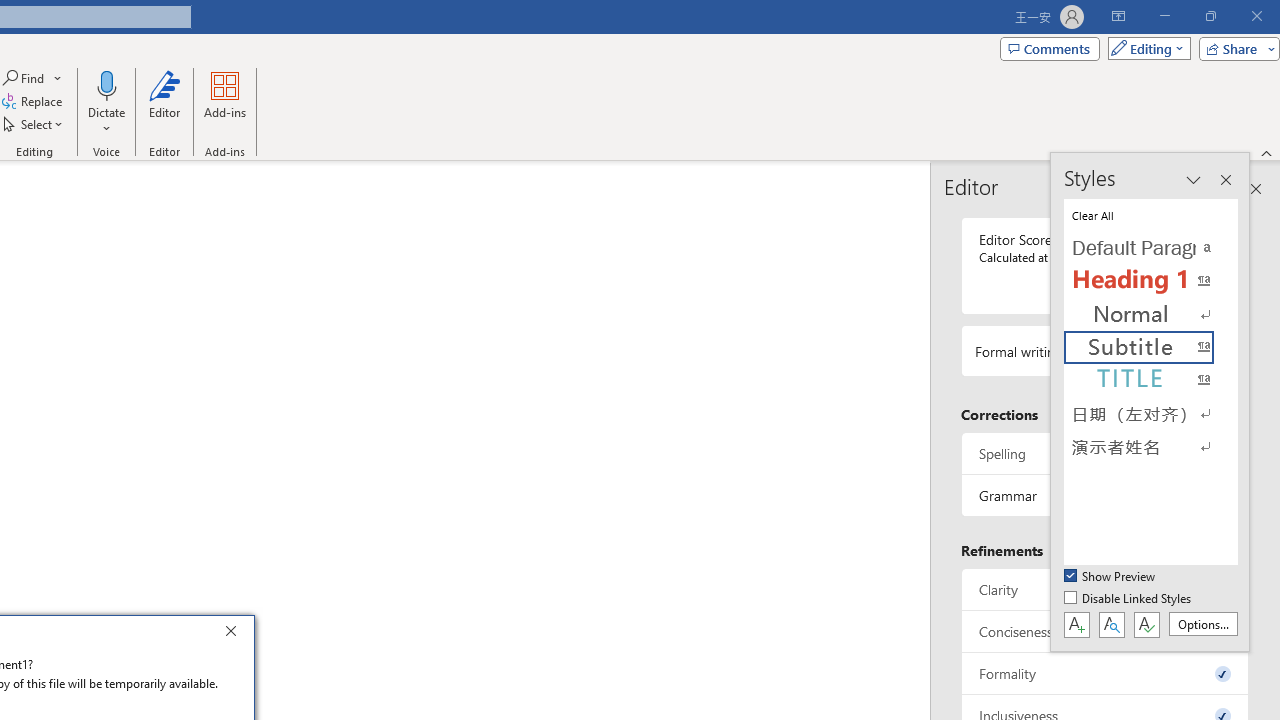 Image resolution: width=1280 pixels, height=720 pixels. What do you see at coordinates (1150, 314) in the screenshot?
I see `'Normal'` at bounding box center [1150, 314].